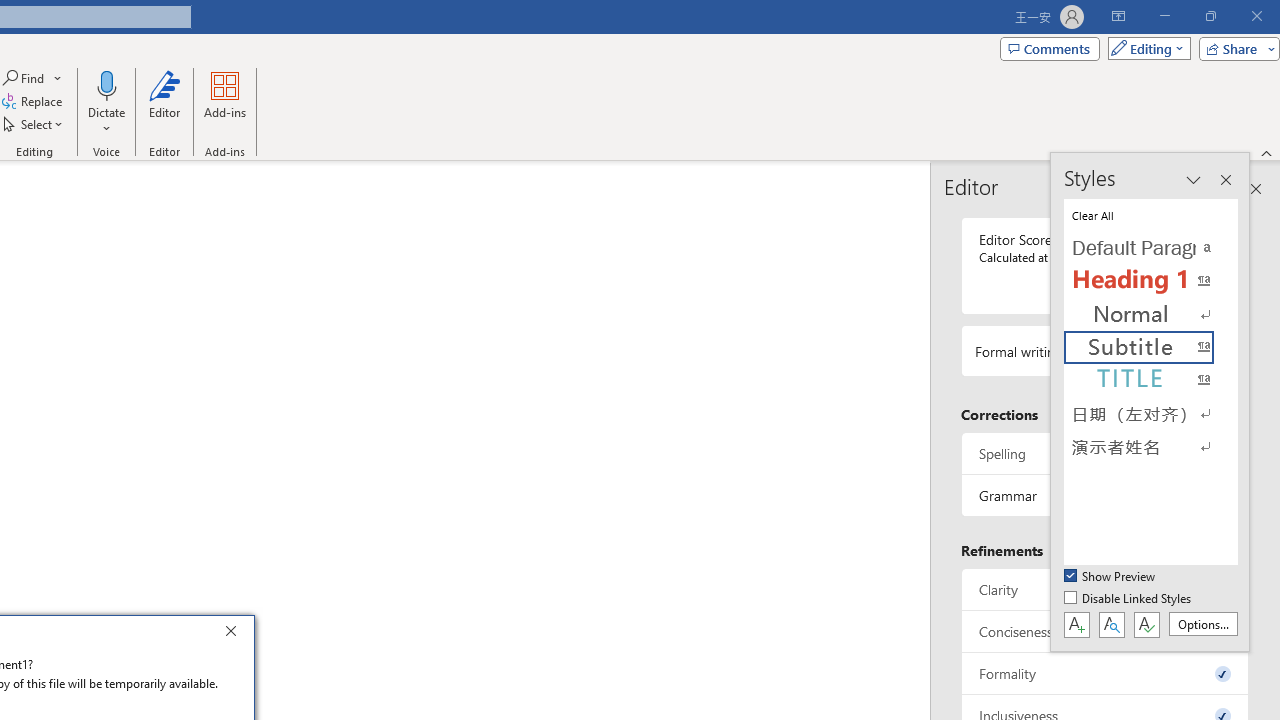 Image resolution: width=1280 pixels, height=720 pixels. What do you see at coordinates (1150, 314) in the screenshot?
I see `'Normal'` at bounding box center [1150, 314].